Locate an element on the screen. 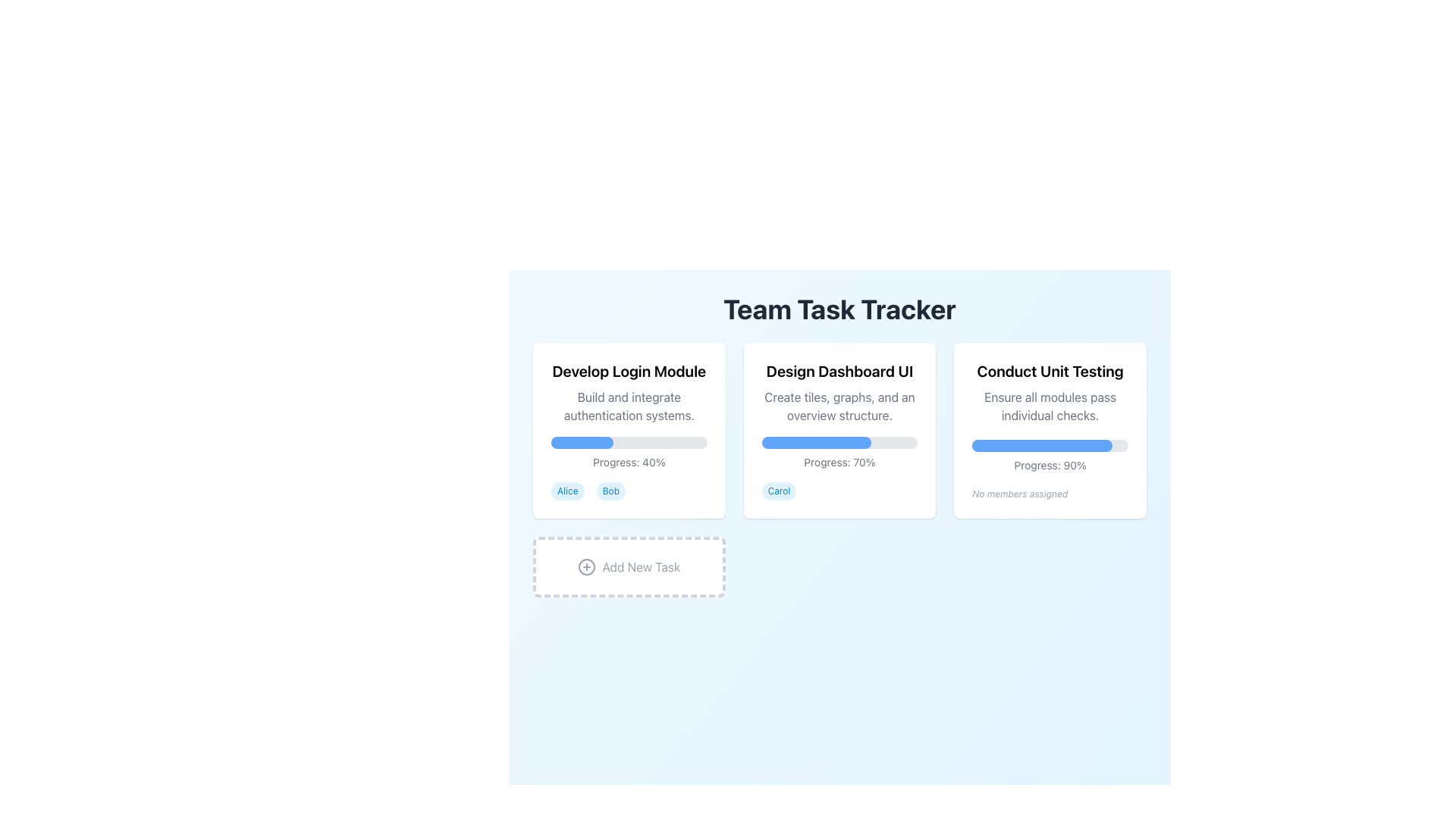  the informational text label indicating that no members have been assigned to the task 'Conduct Unit Testing', located below the progress bar in the card is located at coordinates (1020, 494).